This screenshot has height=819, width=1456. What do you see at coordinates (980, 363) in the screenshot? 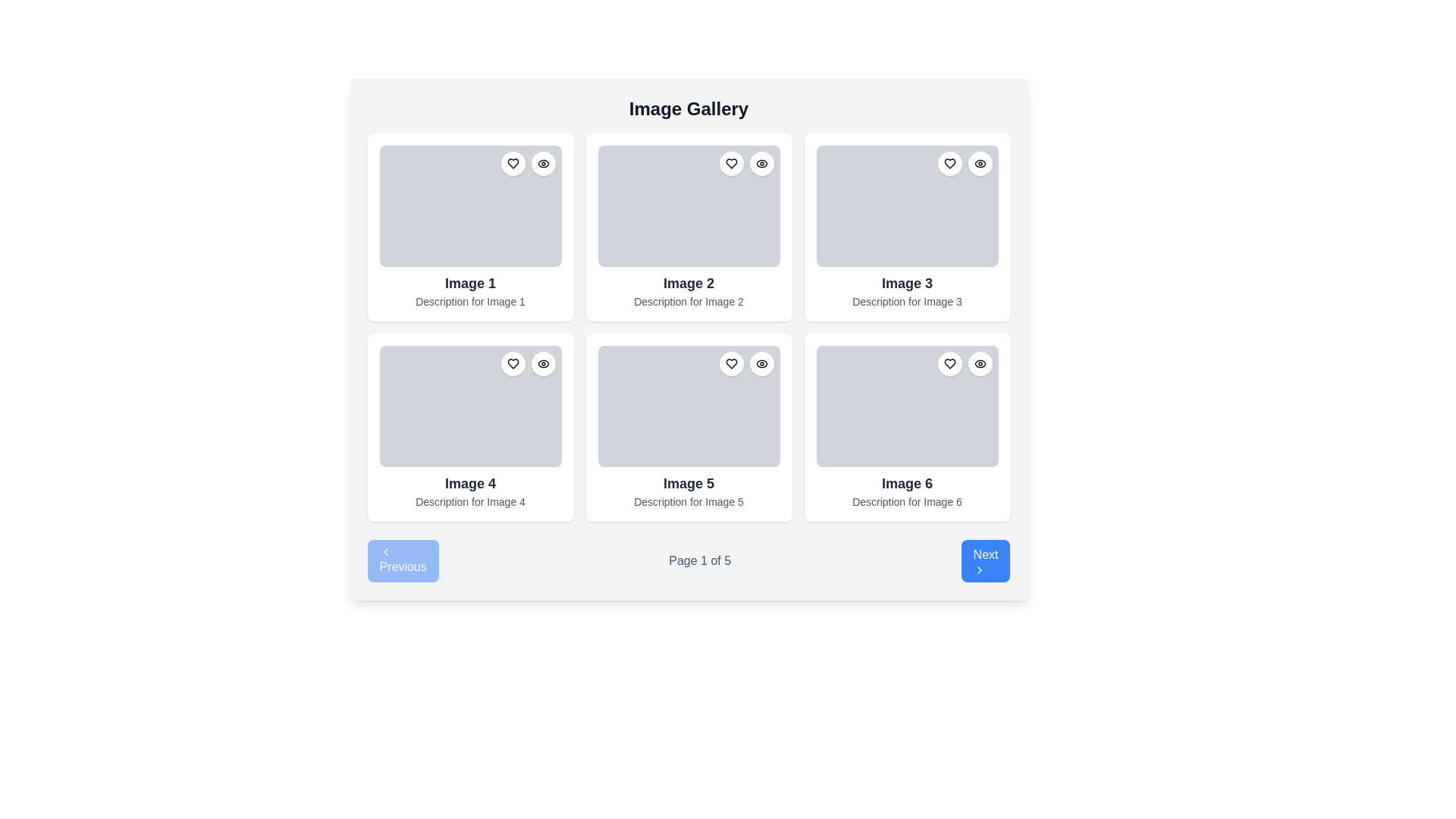
I see `the button in the top-right corner of the card displaying 'Image 6'` at bounding box center [980, 363].